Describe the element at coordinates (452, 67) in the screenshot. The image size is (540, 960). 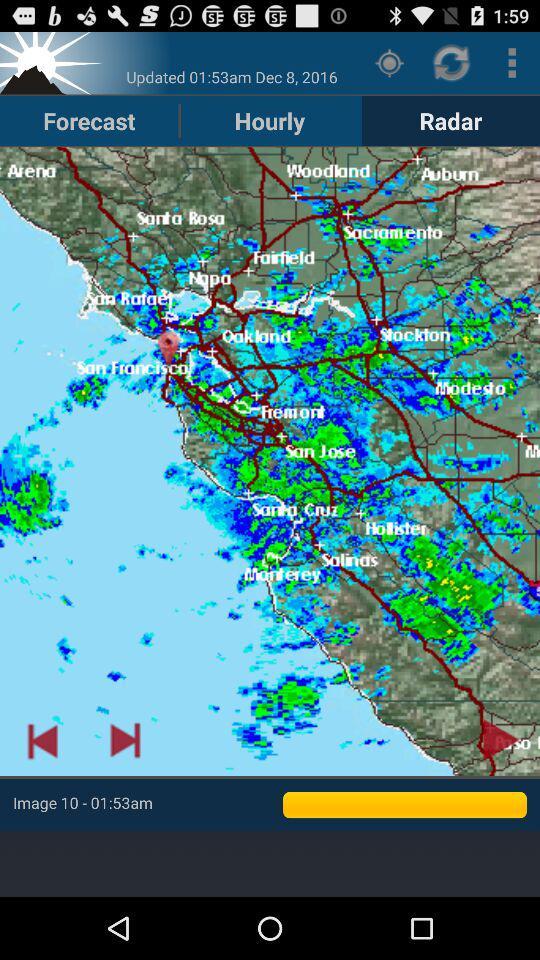
I see `the refresh icon` at that location.